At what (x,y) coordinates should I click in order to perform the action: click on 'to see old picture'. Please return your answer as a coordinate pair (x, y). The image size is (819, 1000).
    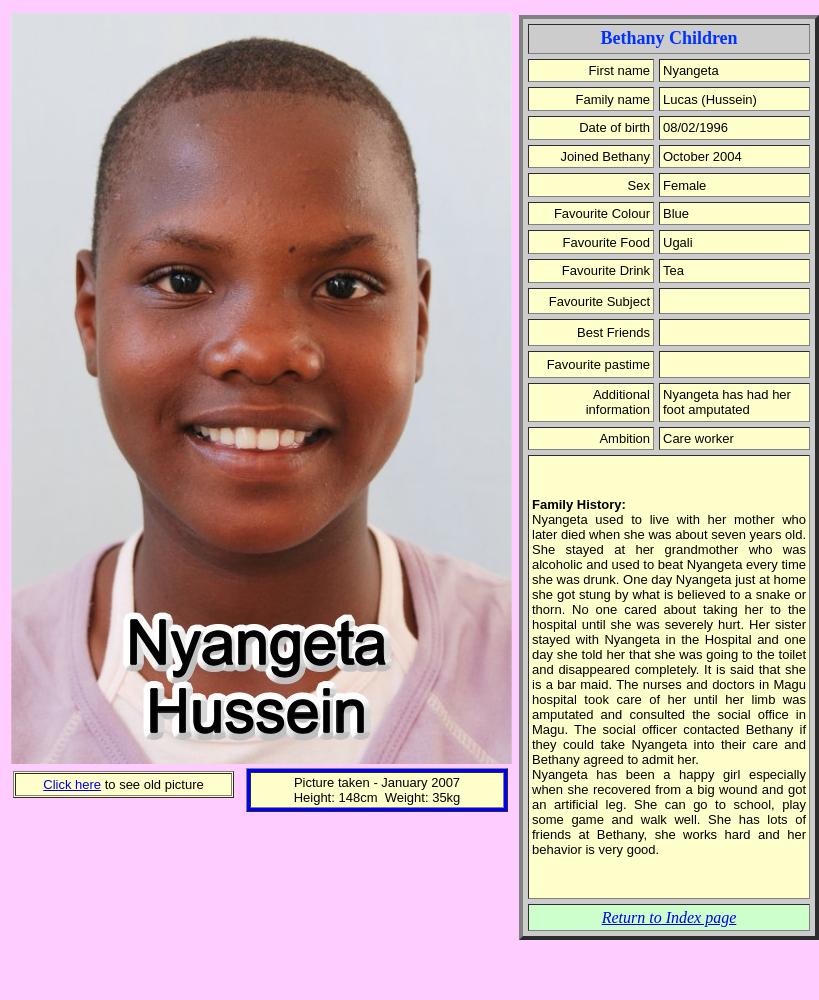
    Looking at the image, I should click on (100, 784).